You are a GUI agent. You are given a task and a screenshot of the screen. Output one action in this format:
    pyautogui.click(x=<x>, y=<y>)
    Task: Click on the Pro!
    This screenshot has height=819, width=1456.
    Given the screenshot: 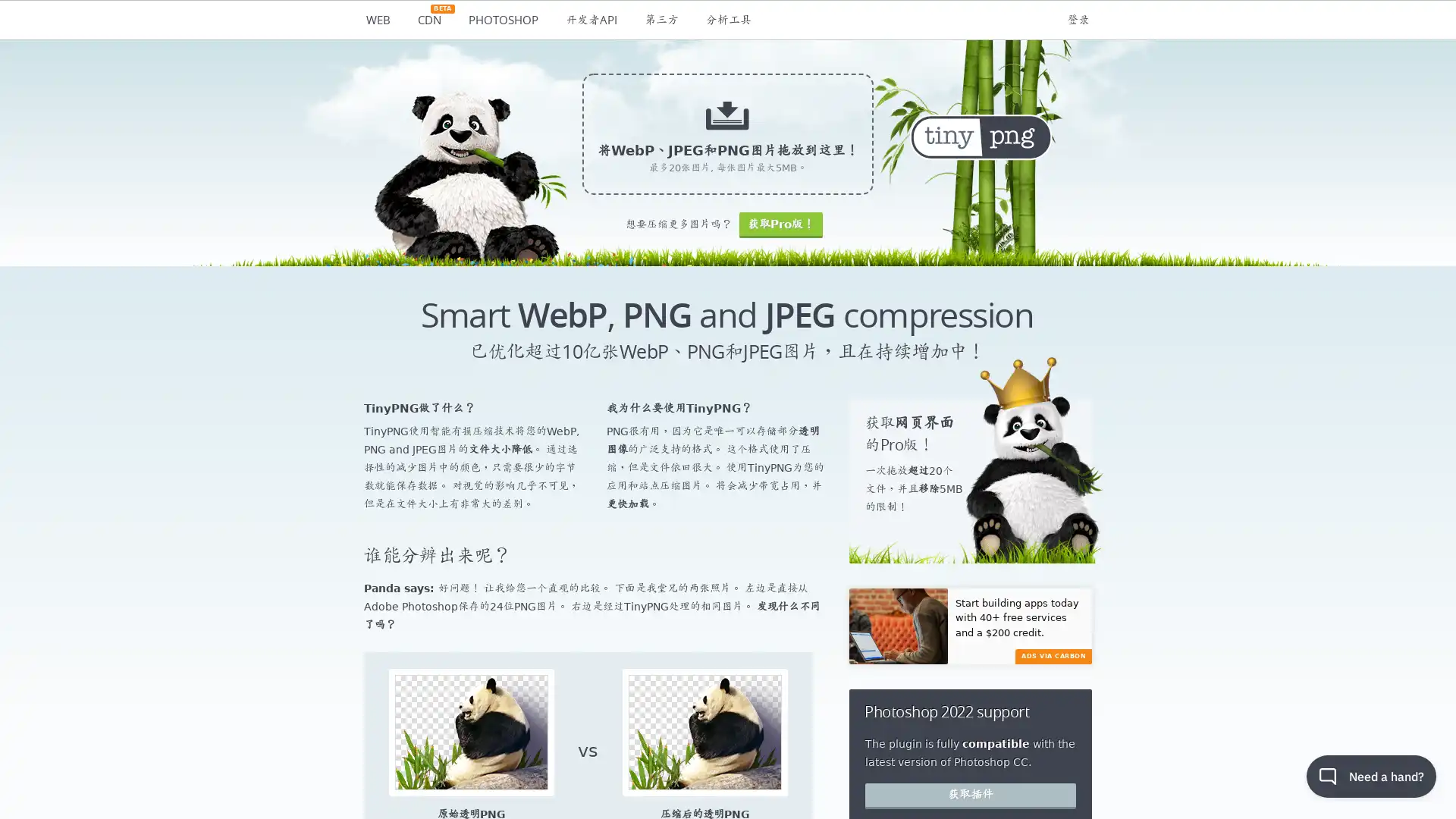 What is the action you would take?
    pyautogui.click(x=780, y=224)
    